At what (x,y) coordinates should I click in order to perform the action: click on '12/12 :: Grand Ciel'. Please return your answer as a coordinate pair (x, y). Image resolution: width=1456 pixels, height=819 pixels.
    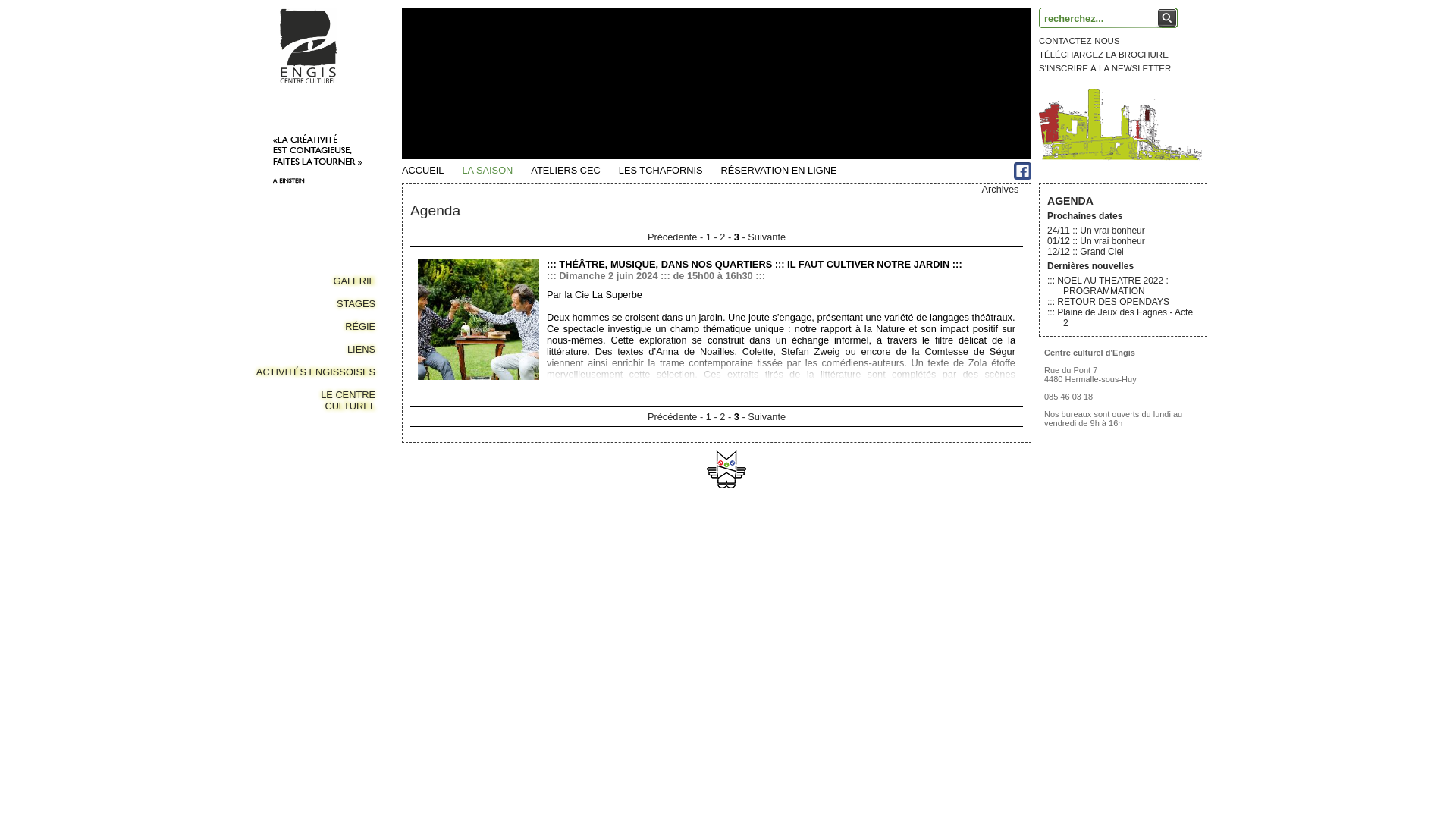
    Looking at the image, I should click on (1084, 250).